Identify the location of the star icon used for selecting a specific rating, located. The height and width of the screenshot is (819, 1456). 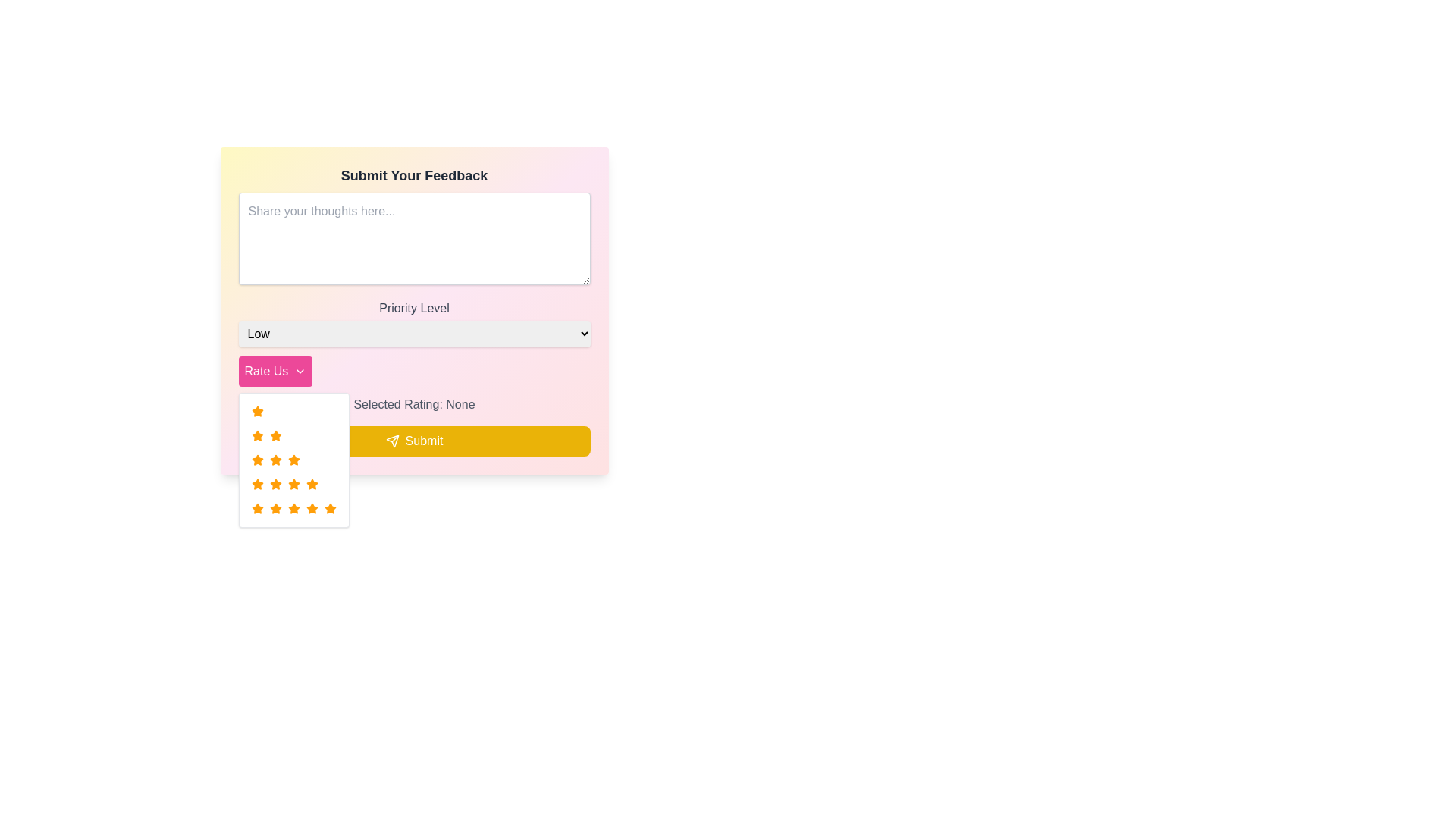
(311, 484).